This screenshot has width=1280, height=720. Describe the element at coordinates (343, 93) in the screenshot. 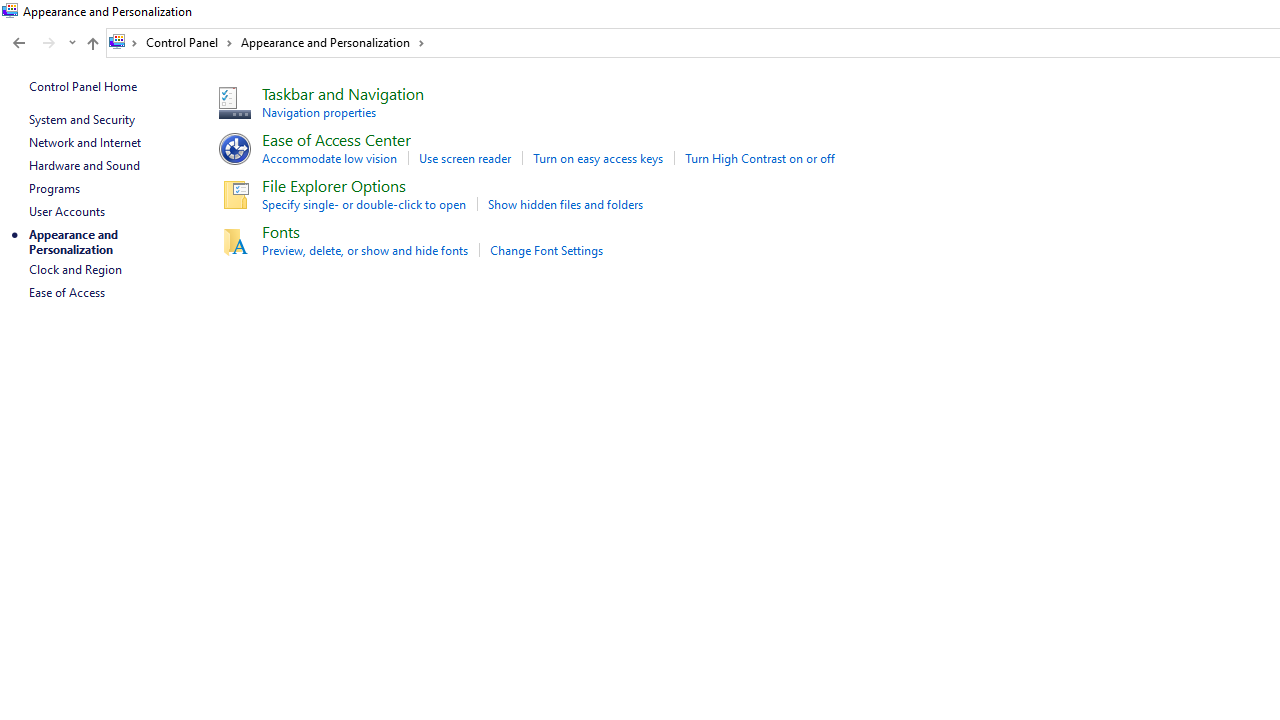

I see `'Taskbar and Navigation'` at that location.